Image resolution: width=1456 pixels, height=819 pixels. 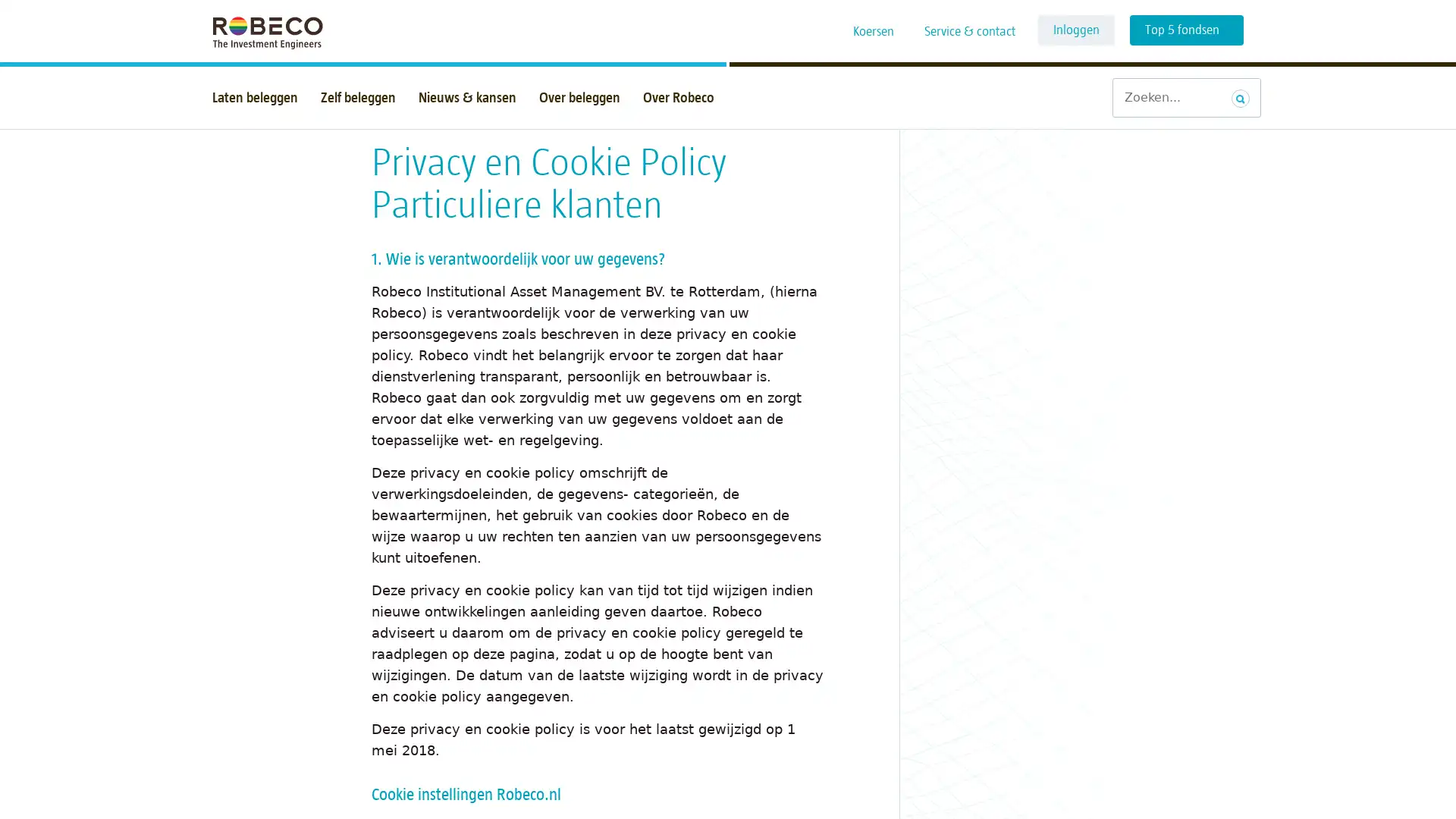 What do you see at coordinates (466, 97) in the screenshot?
I see `Nieuws & kansen` at bounding box center [466, 97].